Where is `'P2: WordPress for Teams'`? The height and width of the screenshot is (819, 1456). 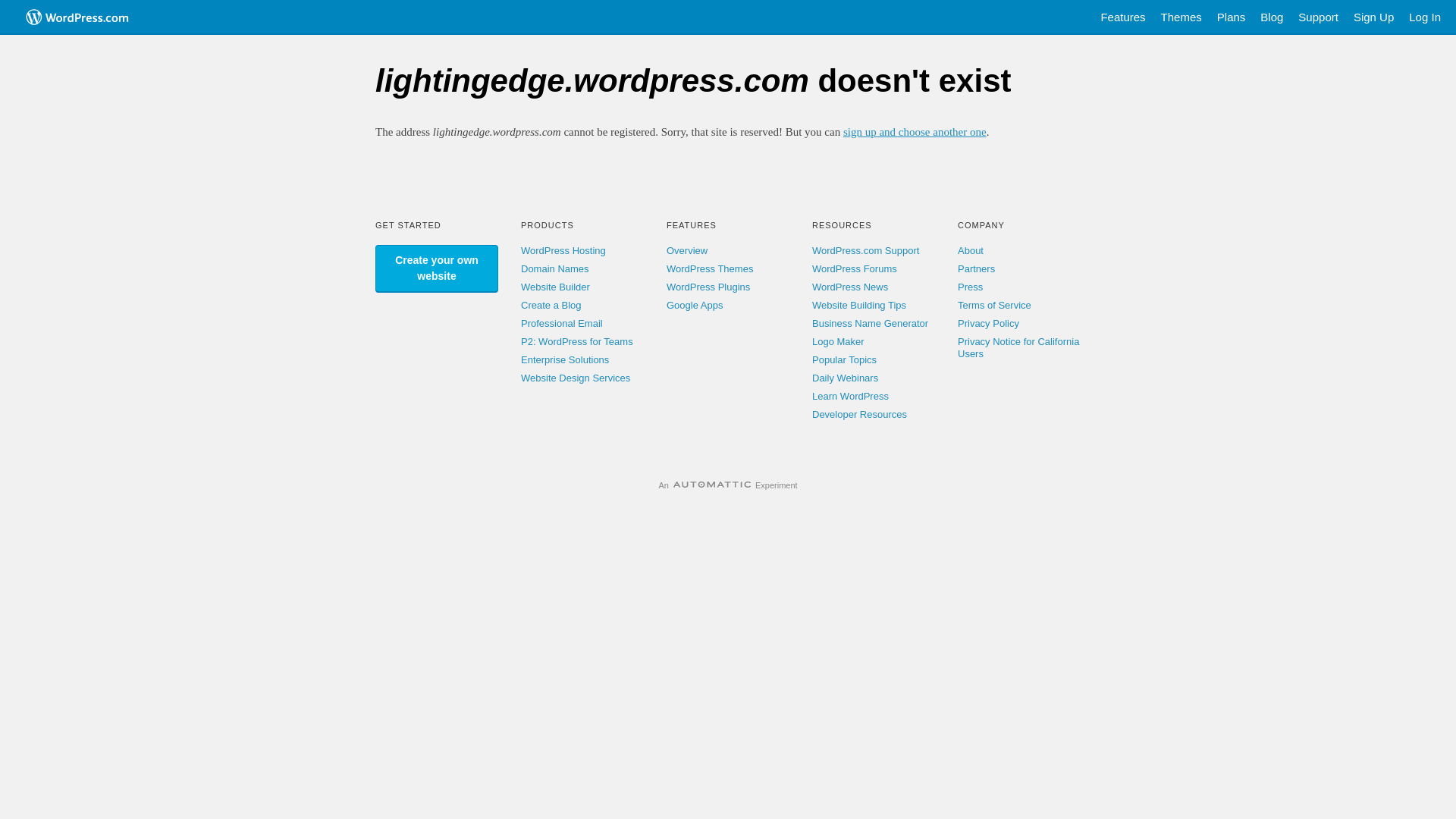 'P2: WordPress for Teams' is located at coordinates (576, 341).